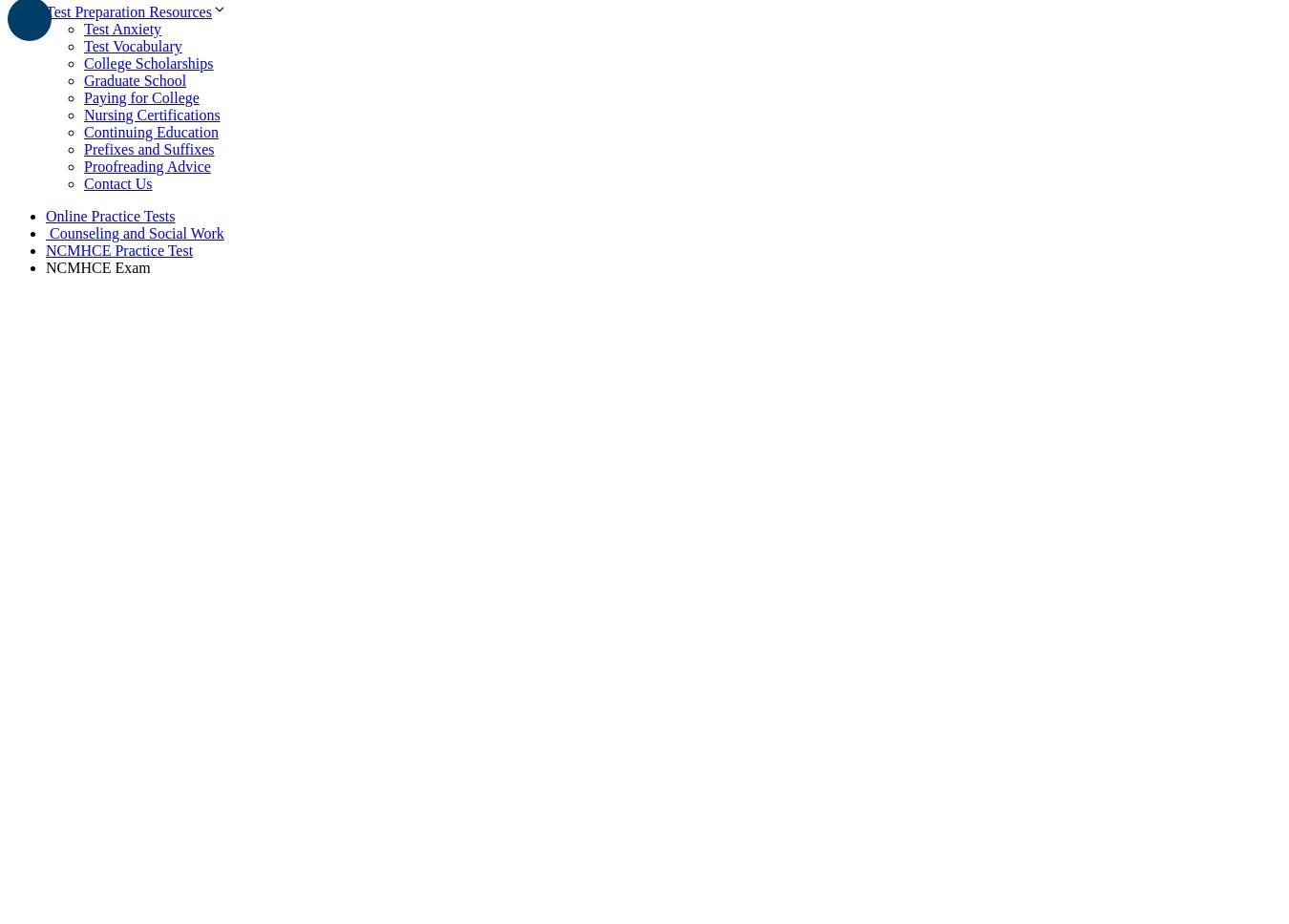  I want to click on 'Graduate School', so click(83, 79).